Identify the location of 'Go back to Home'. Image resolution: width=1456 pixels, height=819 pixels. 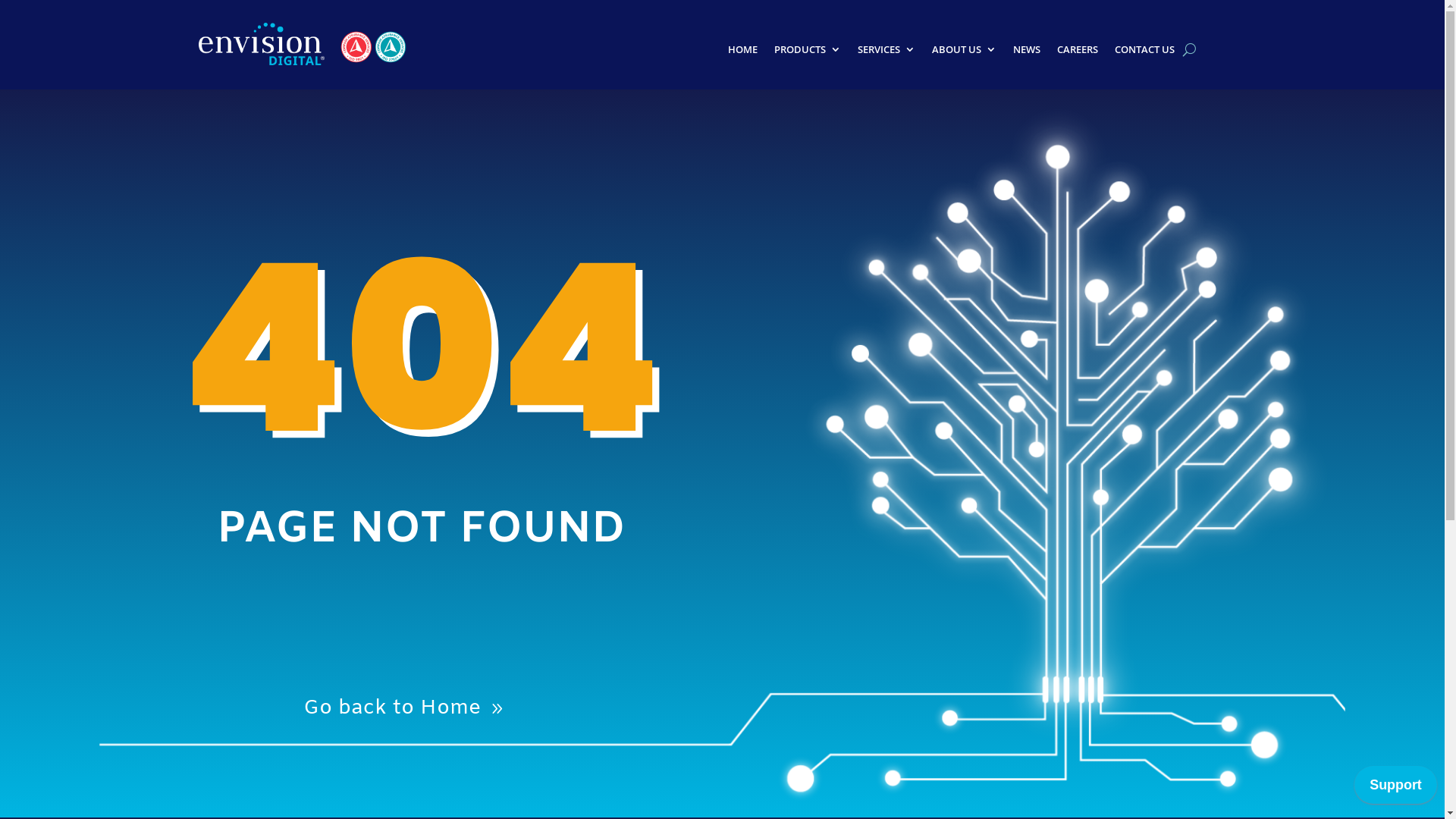
(288, 708).